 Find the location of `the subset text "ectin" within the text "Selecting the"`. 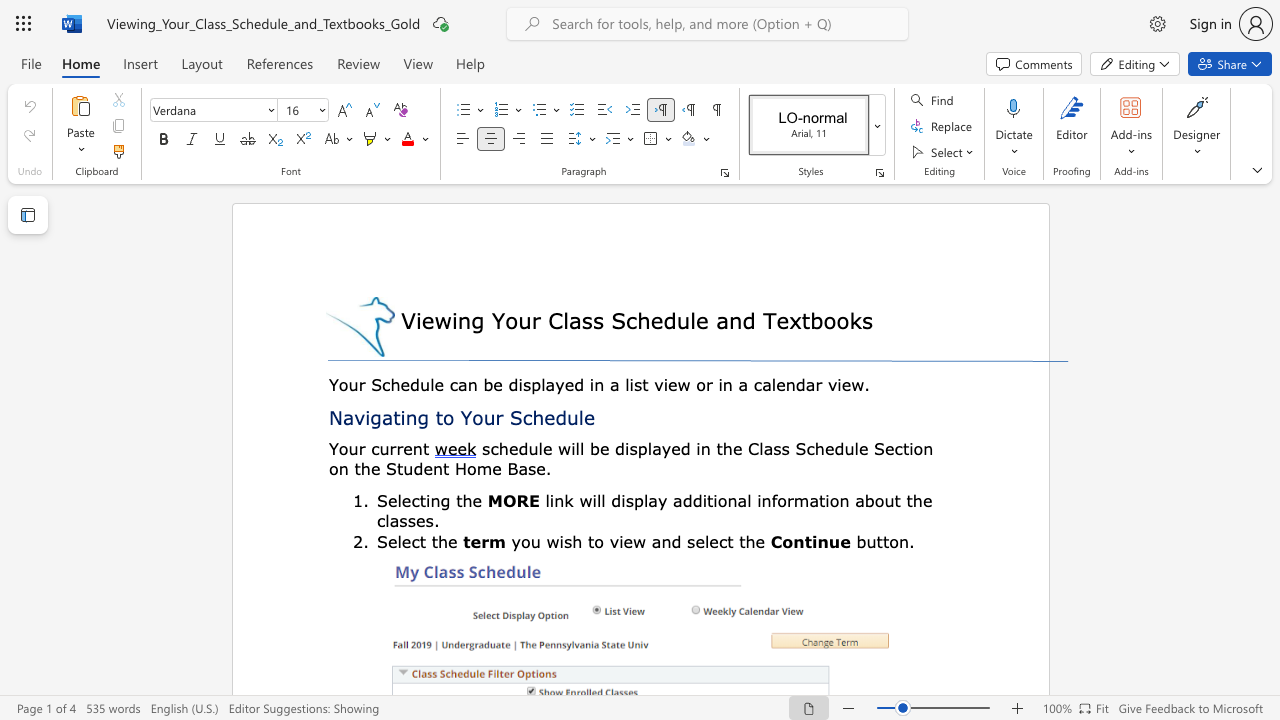

the subset text "ectin" within the text "Selecting the" is located at coordinates (400, 499).